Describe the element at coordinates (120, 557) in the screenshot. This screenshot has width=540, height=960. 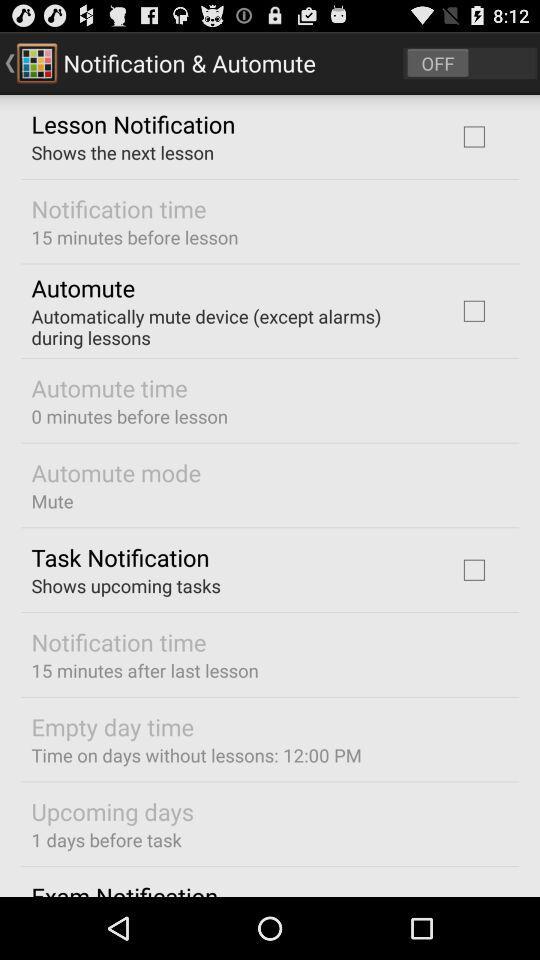
I see `the icon below mute` at that location.